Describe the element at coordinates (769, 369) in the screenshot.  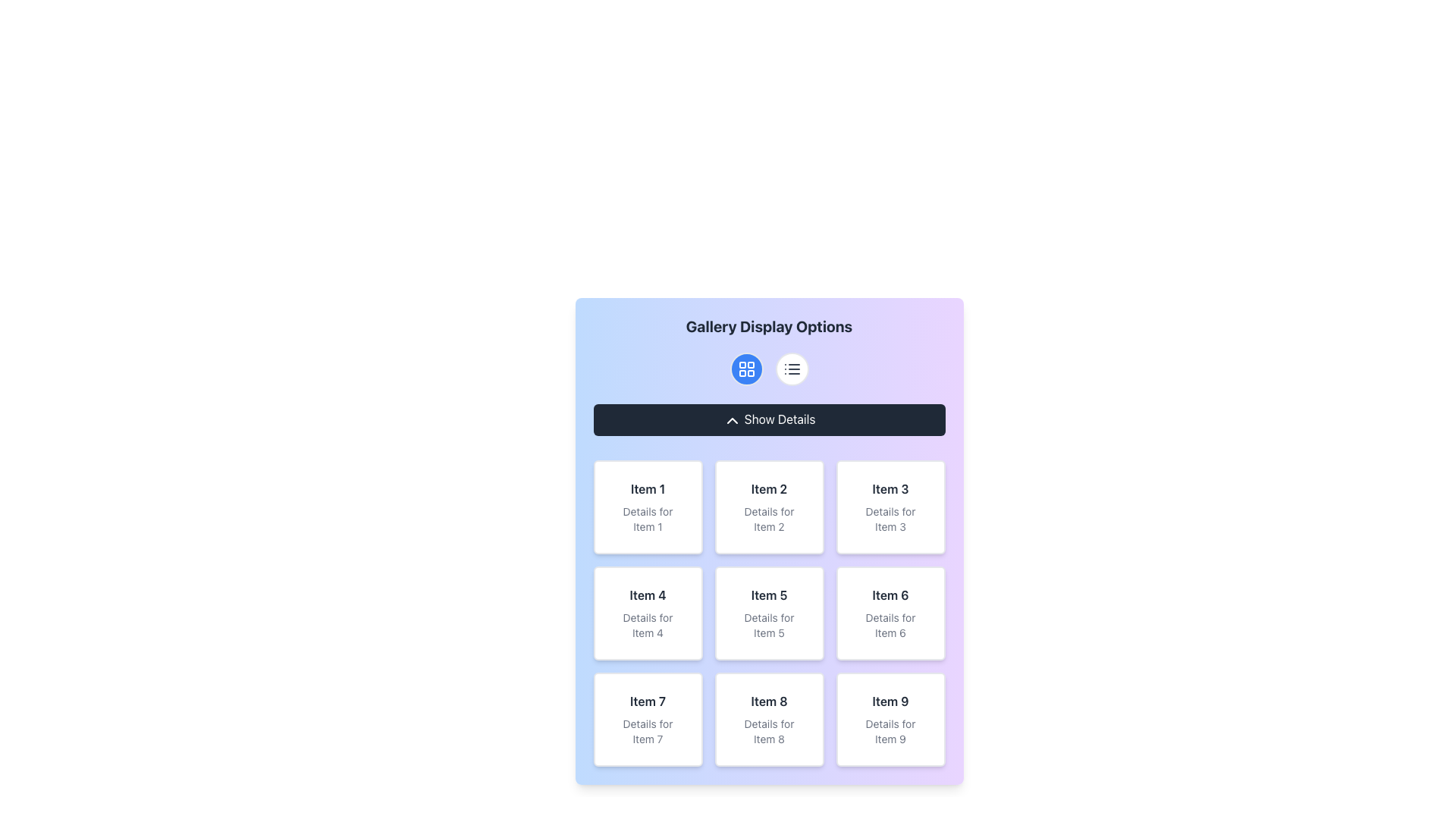
I see `the grid button in the Interactive selector located under the 'Gallery Display Options' section to switch to grid view` at that location.